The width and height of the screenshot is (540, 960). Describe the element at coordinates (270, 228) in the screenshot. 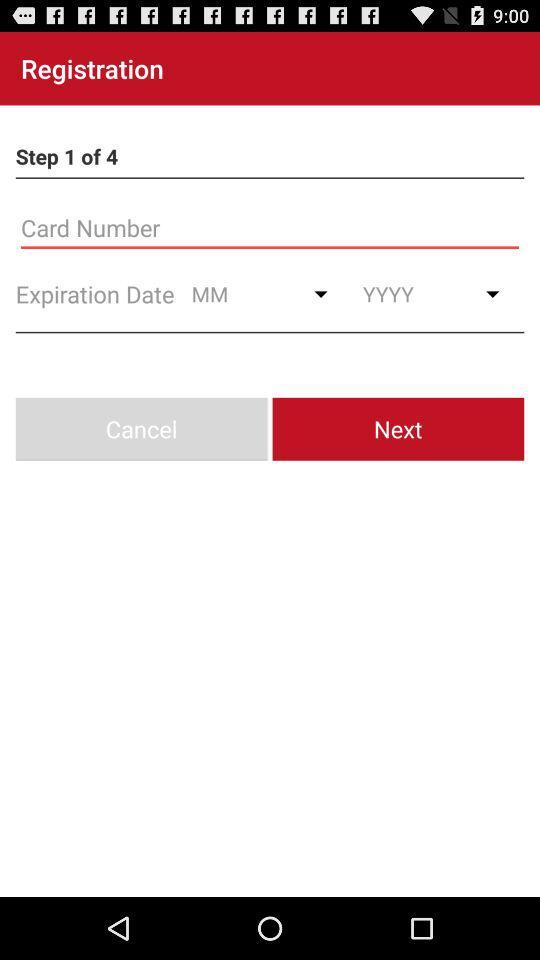

I see `card number` at that location.